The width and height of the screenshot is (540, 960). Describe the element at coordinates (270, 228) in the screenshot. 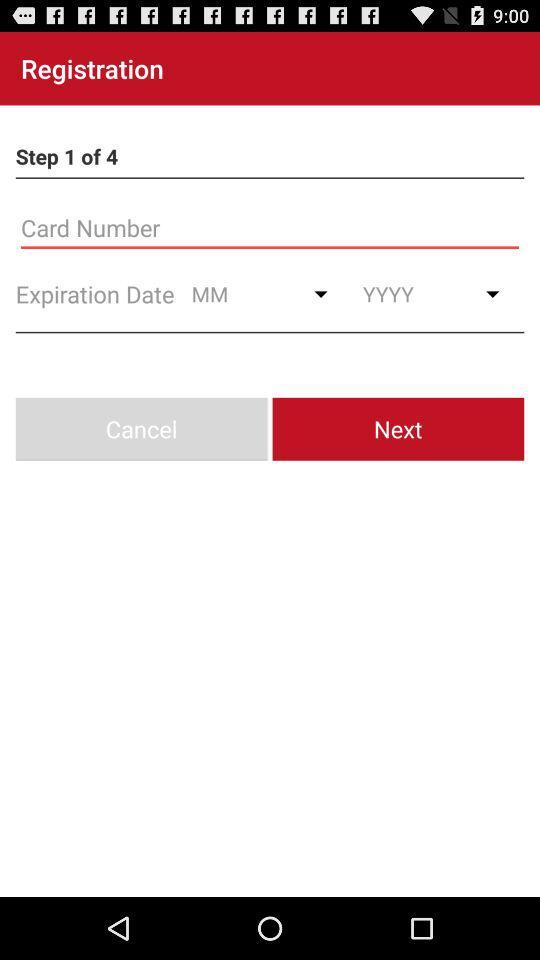

I see `card number` at that location.